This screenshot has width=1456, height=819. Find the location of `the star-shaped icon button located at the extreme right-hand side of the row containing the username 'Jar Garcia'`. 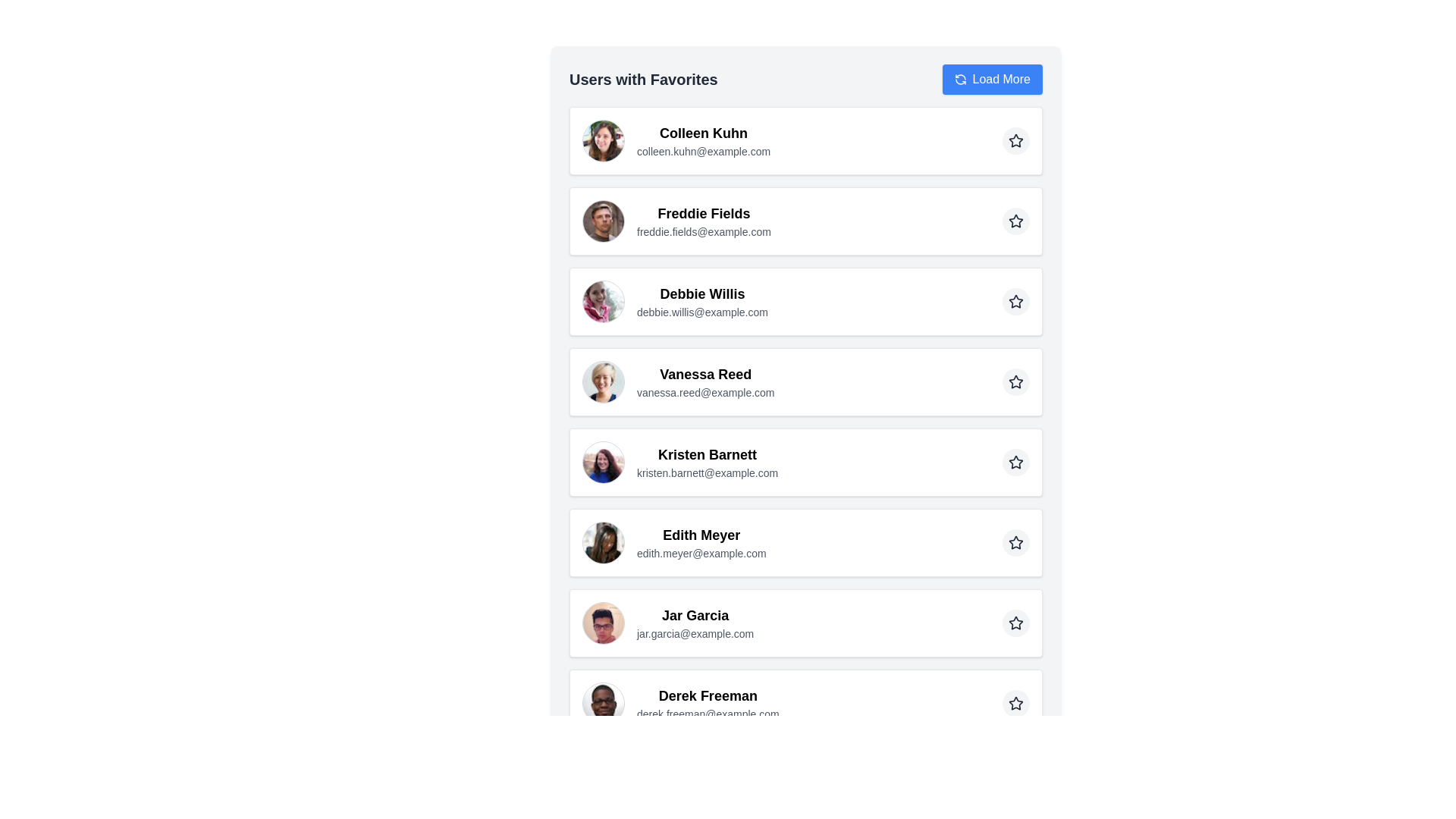

the star-shaped icon button located at the extreme right-hand side of the row containing the username 'Jar Garcia' is located at coordinates (1015, 623).